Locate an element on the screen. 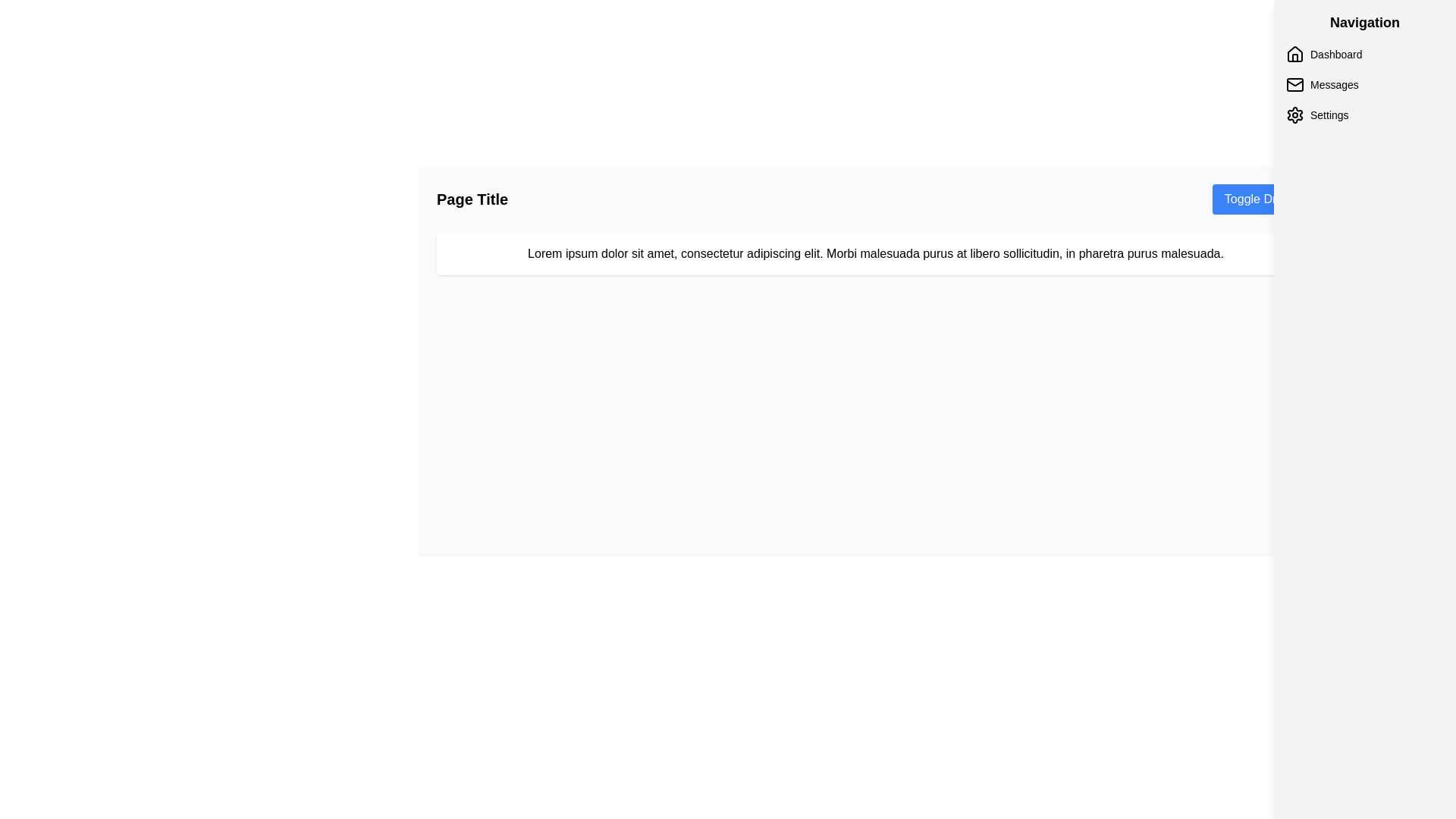  the 'Messages' menu item in the navigation menu for keyboard navigation is located at coordinates (1365, 84).